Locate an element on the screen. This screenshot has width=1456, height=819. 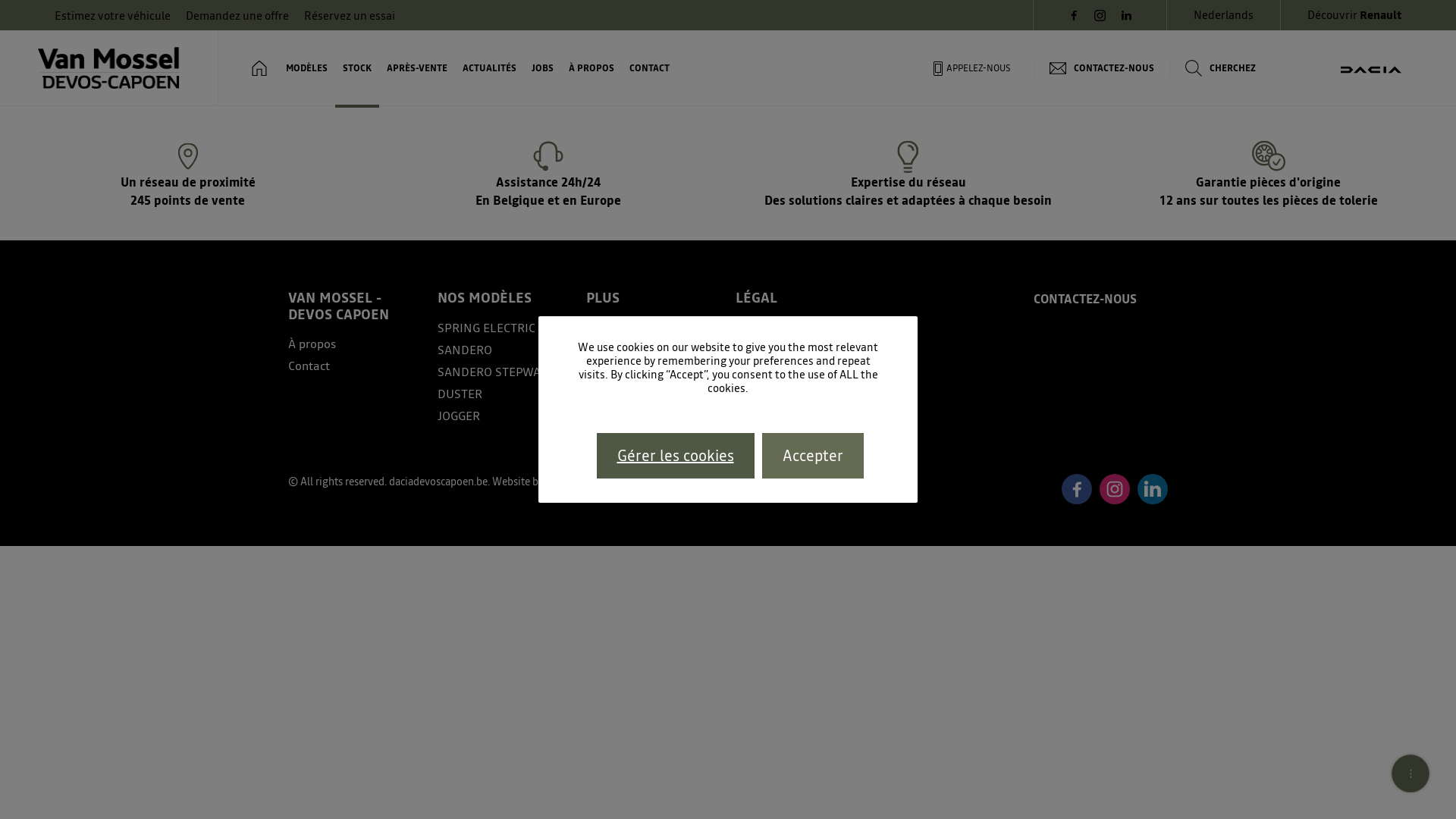
'Accepter' is located at coordinates (811, 455).